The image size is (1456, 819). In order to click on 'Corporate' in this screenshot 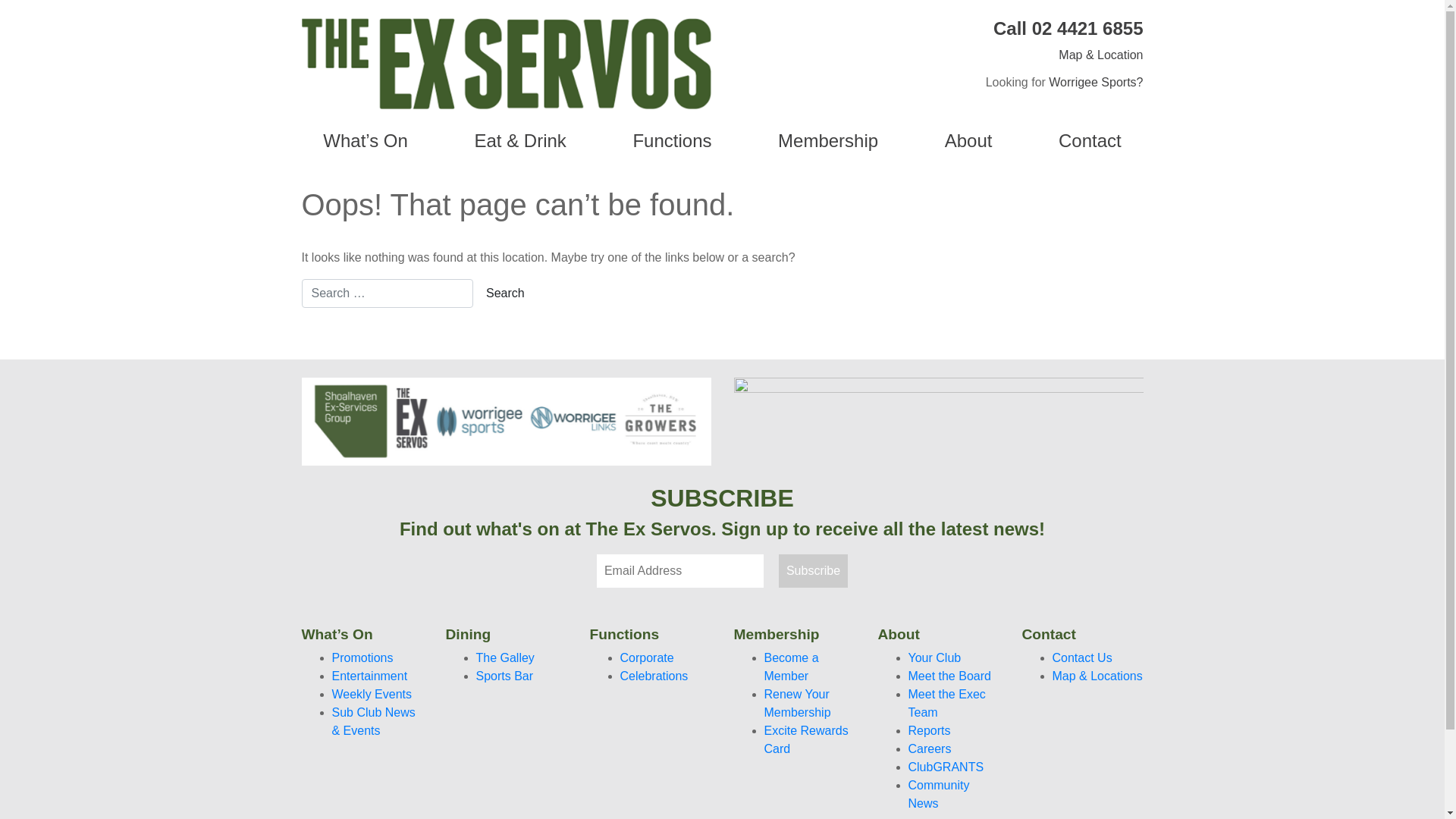, I will do `click(620, 657)`.